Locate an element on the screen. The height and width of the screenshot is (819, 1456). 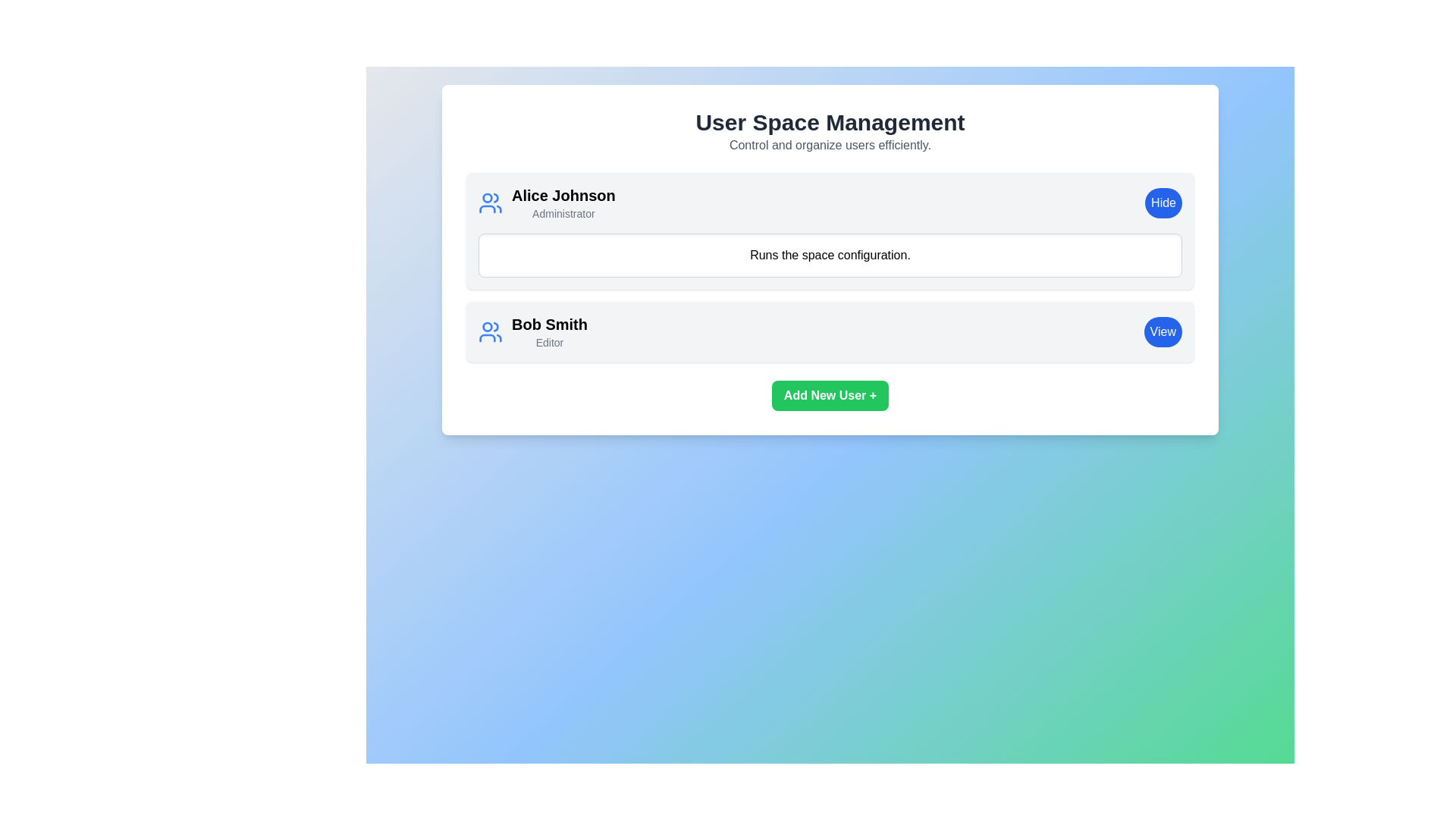
text label indicating the user's role, which is 'Editor', located under the title 'Bob Smith' in the user card is located at coordinates (548, 342).